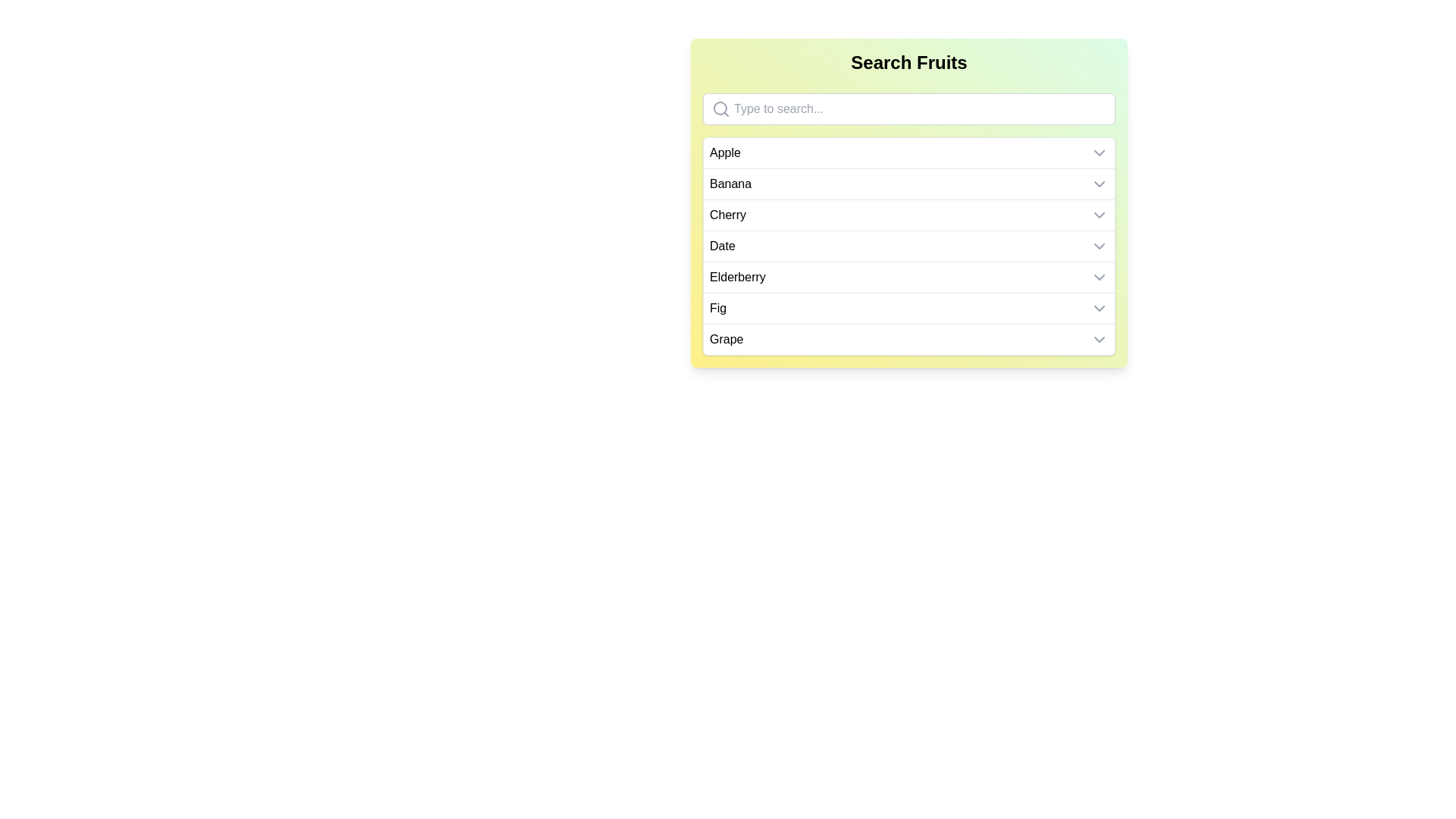  Describe the element at coordinates (720, 108) in the screenshot. I see `the circular gray search icon, which is positioned at the left end of the search bar inside a list interface` at that location.